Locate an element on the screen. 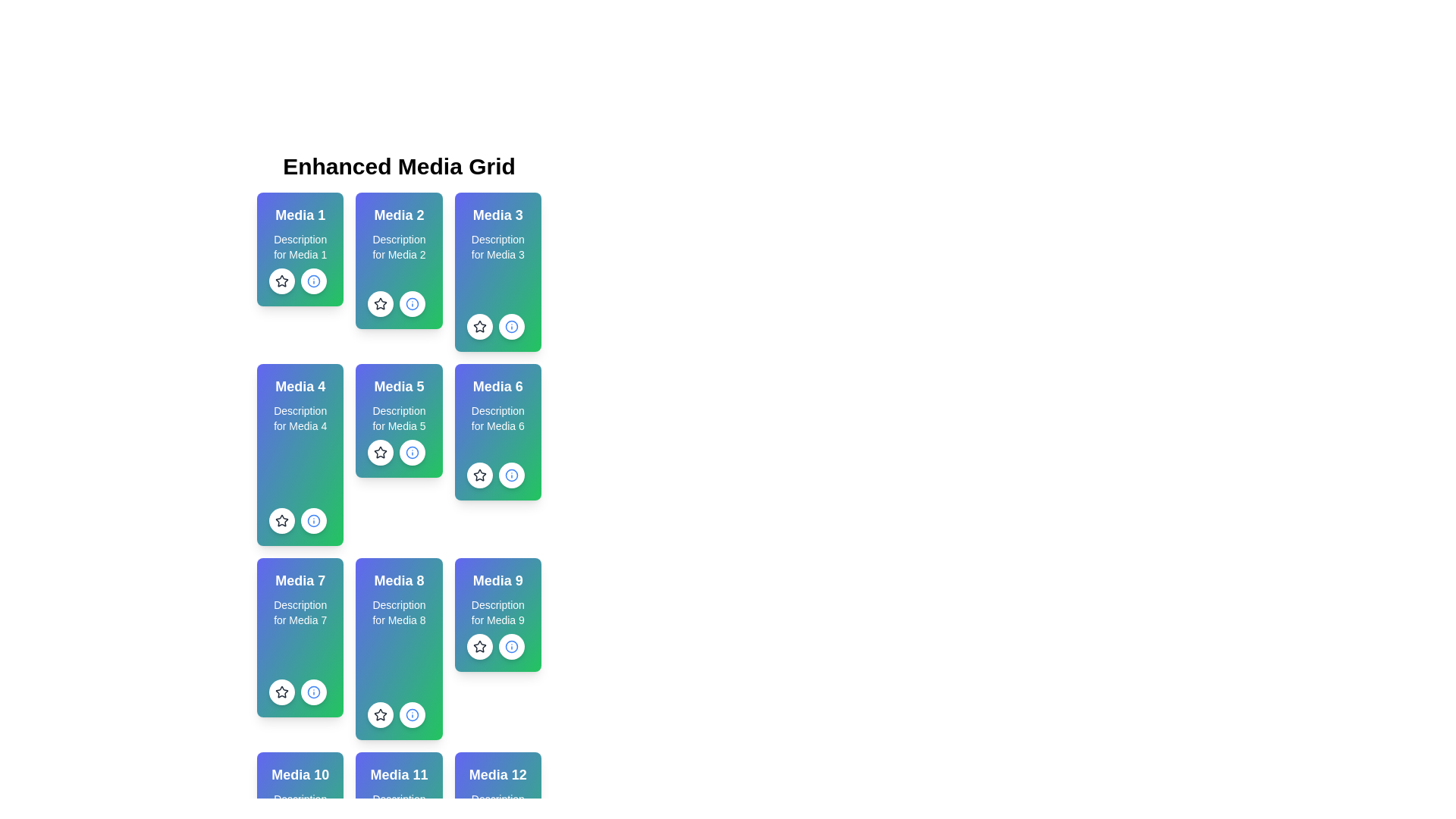 The height and width of the screenshot is (819, 1456). the static text label that describes 'Media 1', which is located directly underneath the title text within the card is located at coordinates (300, 246).